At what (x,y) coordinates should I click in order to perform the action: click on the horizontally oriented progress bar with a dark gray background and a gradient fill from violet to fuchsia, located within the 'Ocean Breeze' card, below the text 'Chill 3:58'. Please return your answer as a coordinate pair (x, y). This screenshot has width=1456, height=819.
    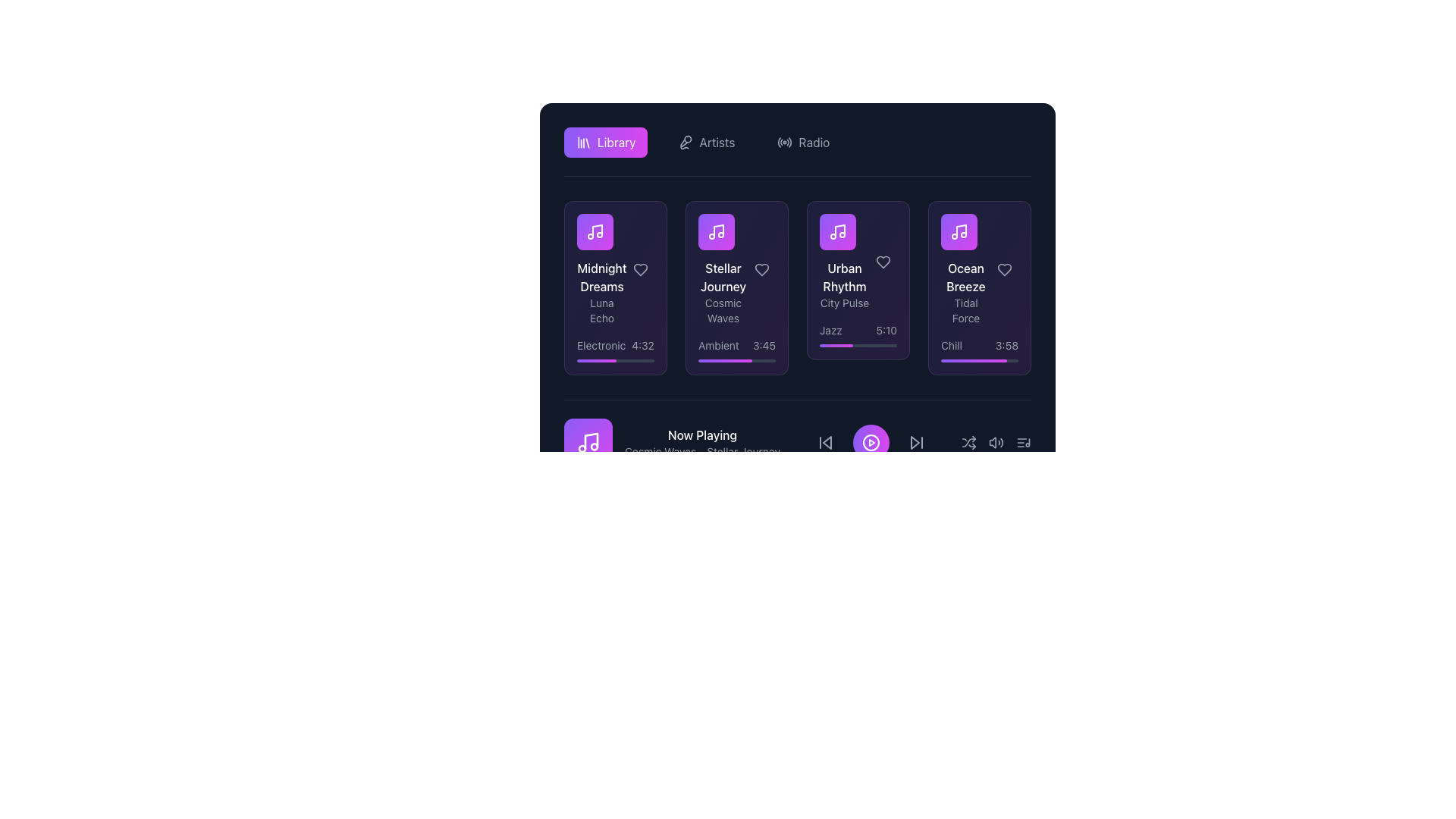
    Looking at the image, I should click on (979, 360).